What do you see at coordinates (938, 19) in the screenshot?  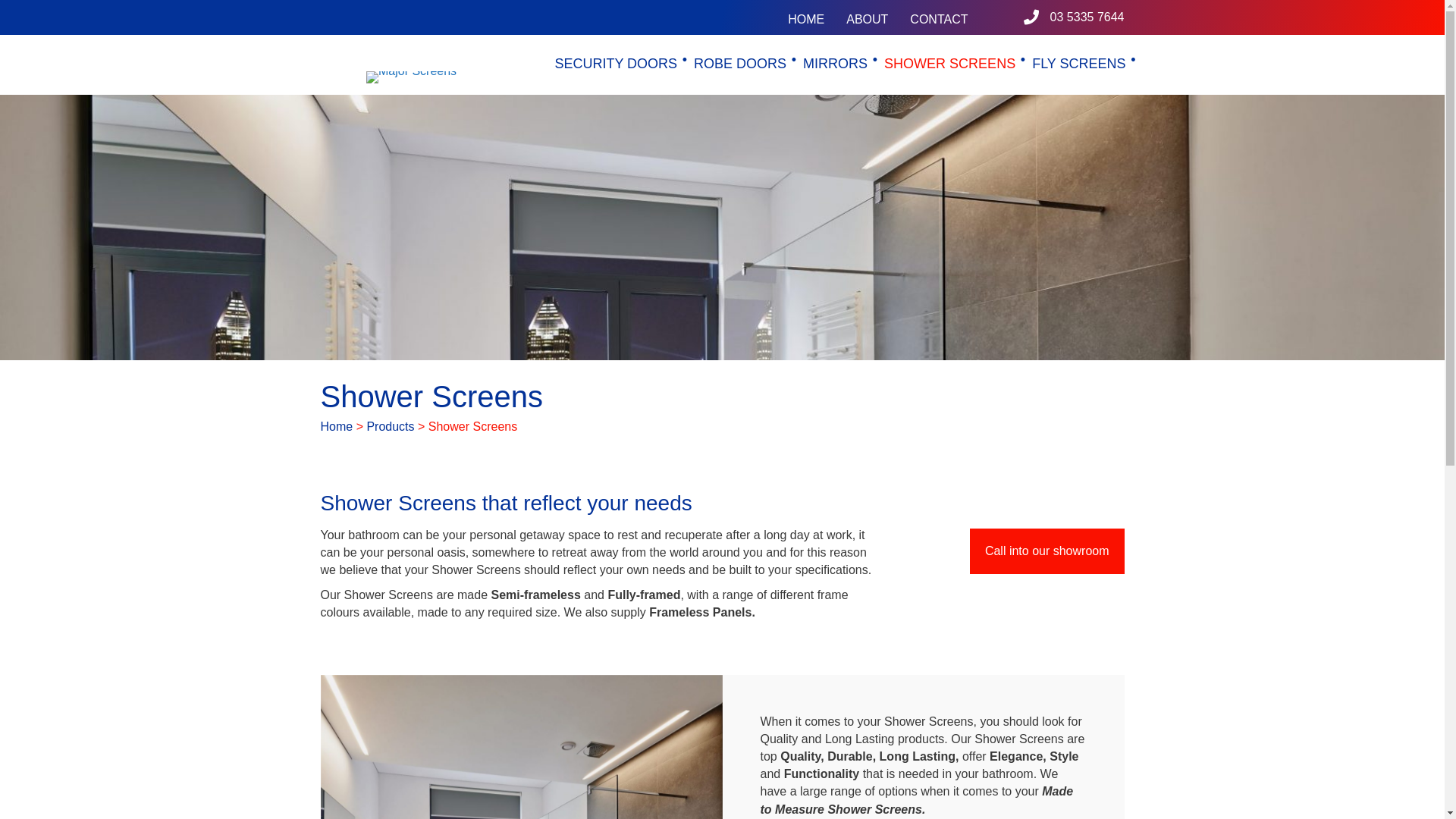 I see `'CONTACT'` at bounding box center [938, 19].